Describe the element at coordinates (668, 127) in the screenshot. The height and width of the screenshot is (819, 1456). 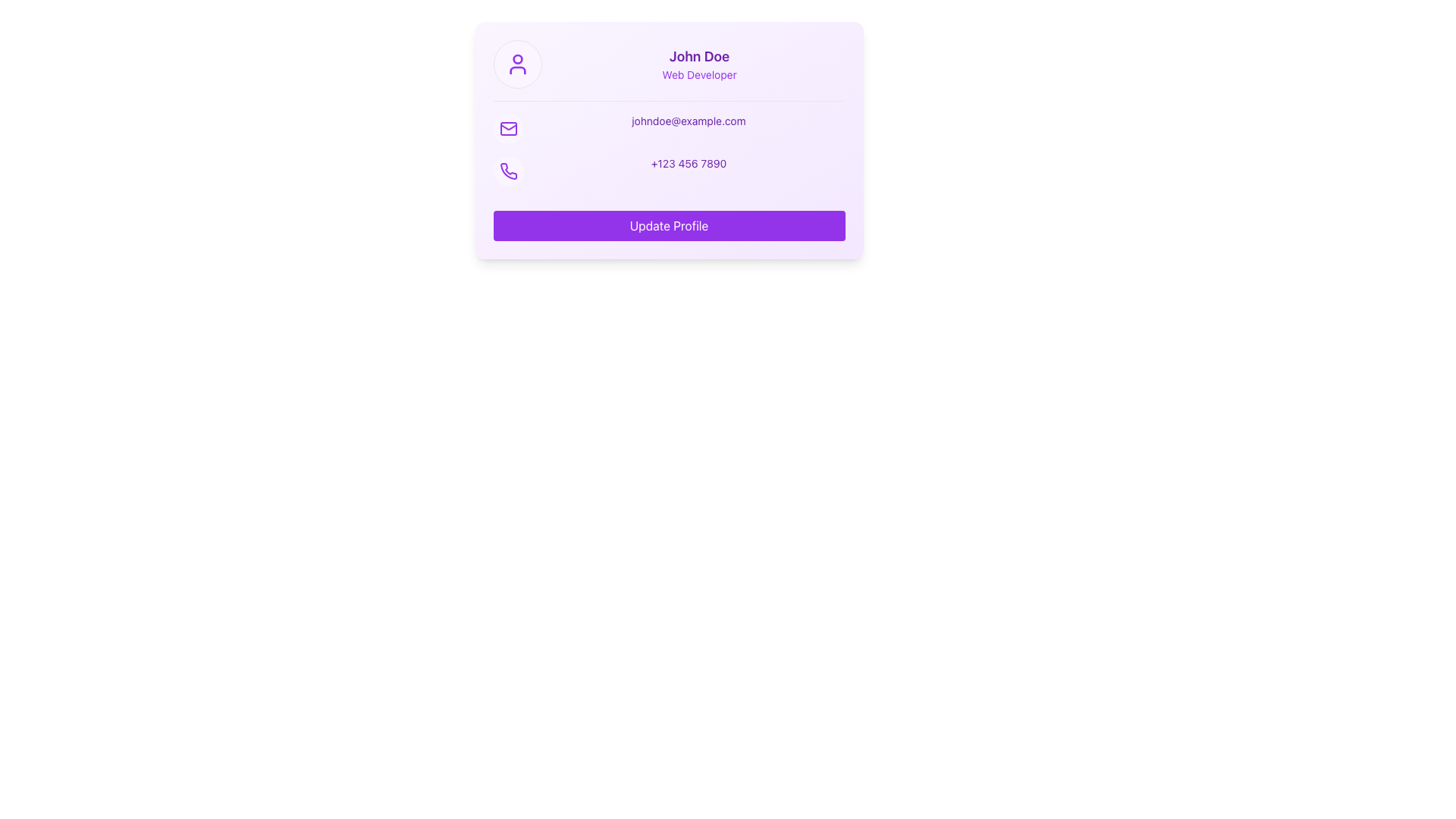
I see `the Text label displaying the user's email address, located in the contact information section, next to a purple envelope icon and above a phone number display` at that location.